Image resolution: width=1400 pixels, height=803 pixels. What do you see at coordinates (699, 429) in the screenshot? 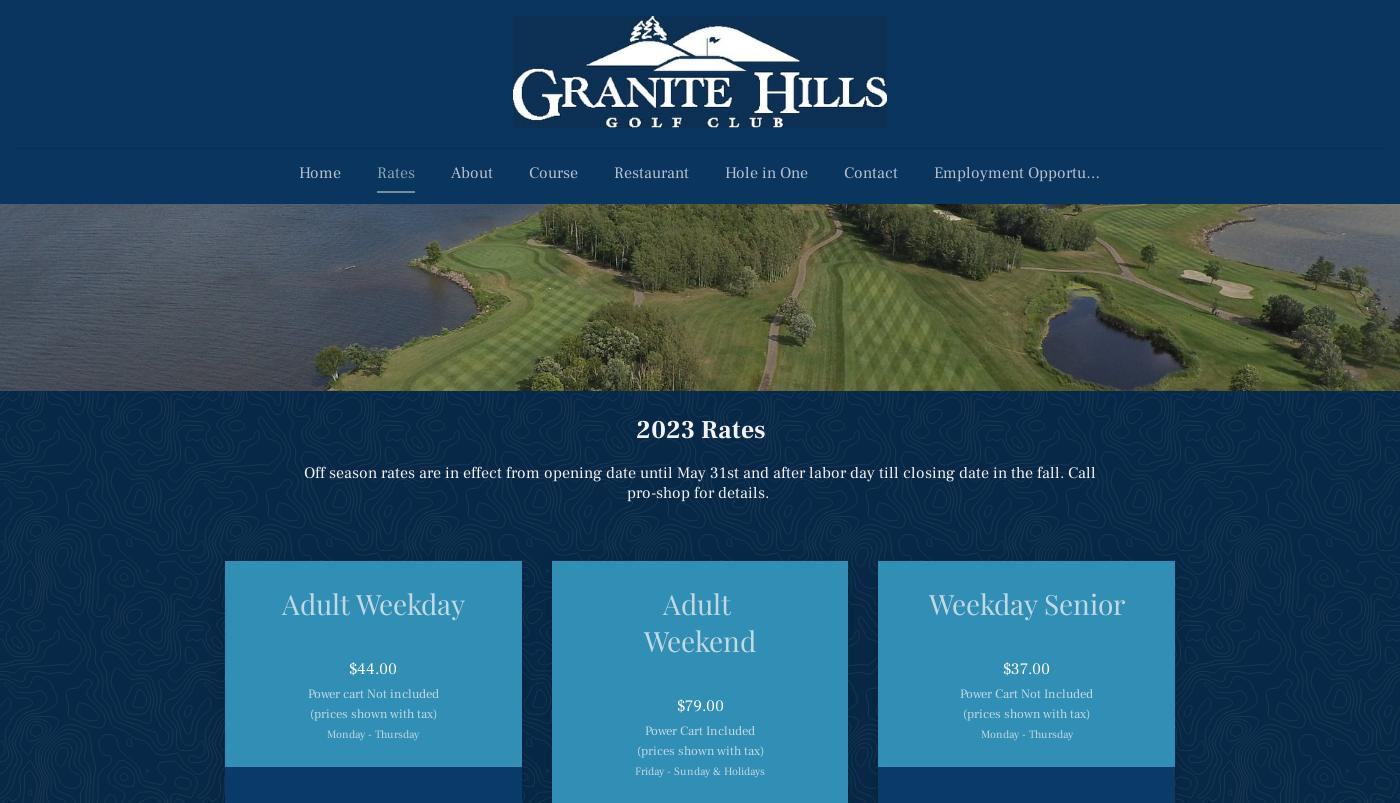
I see `'2023 Rates'` at bounding box center [699, 429].